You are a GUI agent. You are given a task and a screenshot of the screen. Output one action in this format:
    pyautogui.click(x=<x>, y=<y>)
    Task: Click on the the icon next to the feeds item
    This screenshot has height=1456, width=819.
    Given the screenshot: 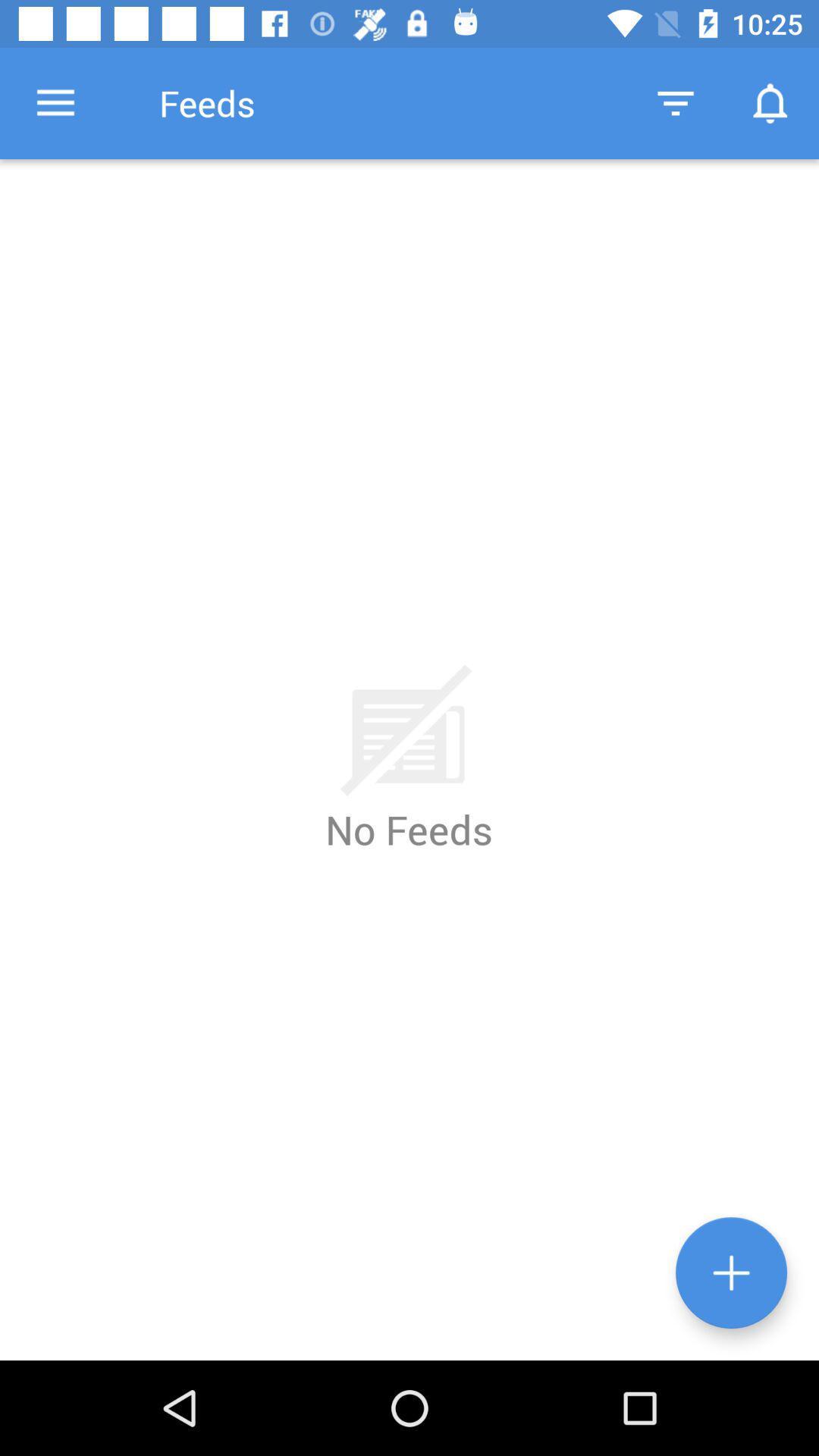 What is the action you would take?
    pyautogui.click(x=675, y=102)
    